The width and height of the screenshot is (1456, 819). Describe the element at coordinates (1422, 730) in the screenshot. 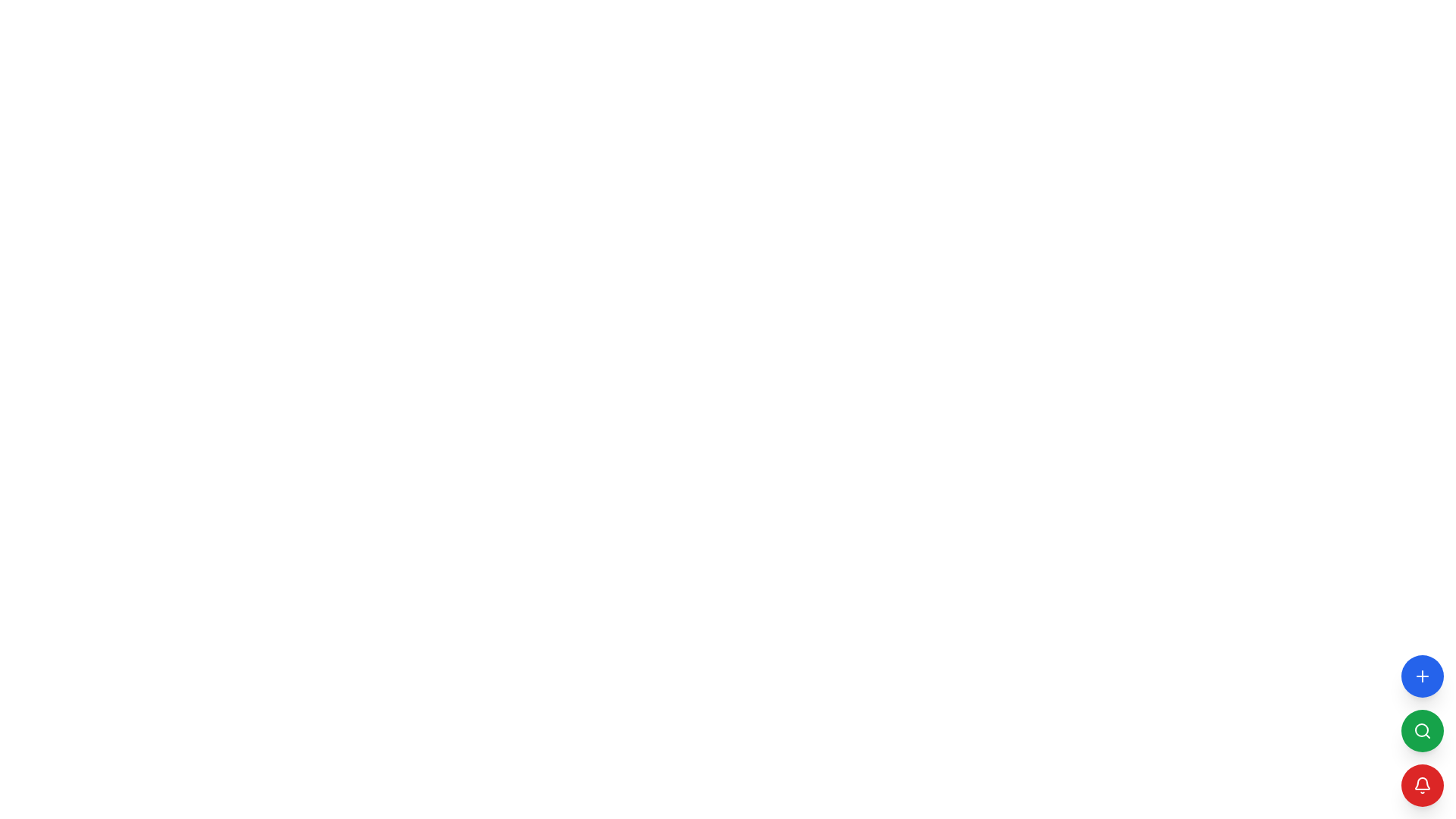

I see `the green circular search button with a white magnifying glass icon, located in the middle of a vertical stack of three buttons at the bottom-right corner of the interface` at that location.